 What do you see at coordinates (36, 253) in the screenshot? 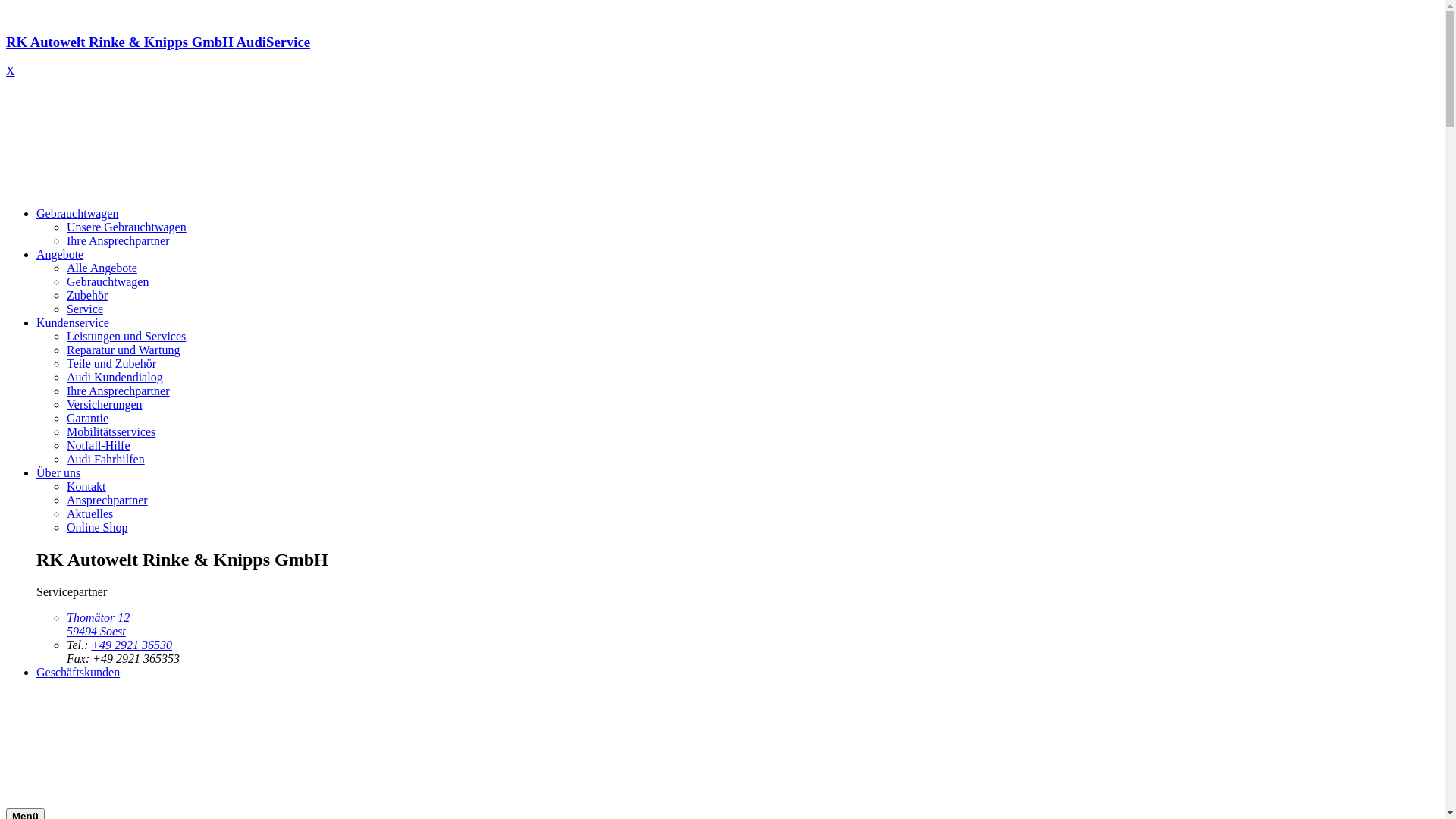
I see `'Angebote'` at bounding box center [36, 253].